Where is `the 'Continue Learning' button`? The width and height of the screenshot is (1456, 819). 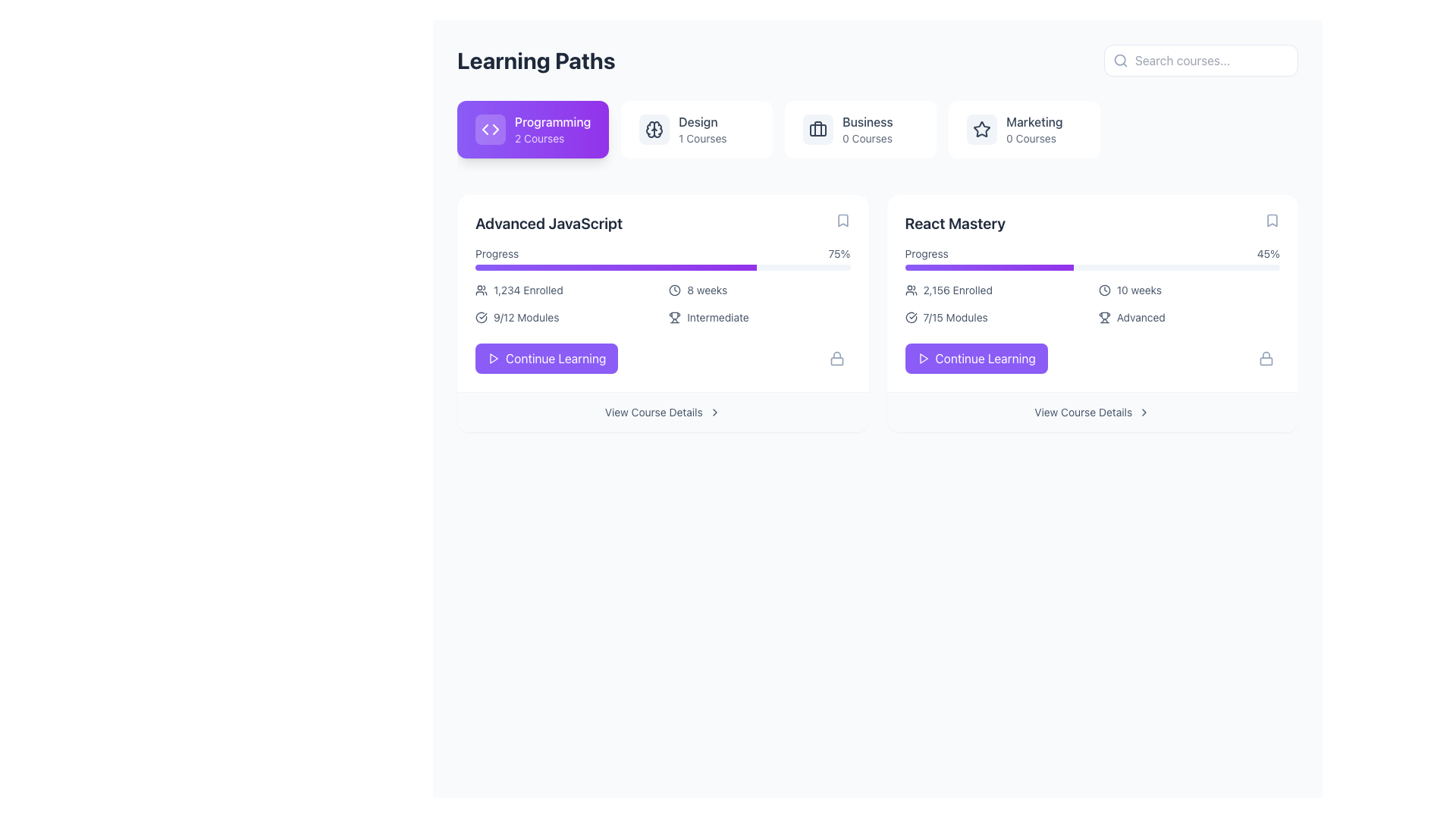 the 'Continue Learning' button is located at coordinates (546, 359).